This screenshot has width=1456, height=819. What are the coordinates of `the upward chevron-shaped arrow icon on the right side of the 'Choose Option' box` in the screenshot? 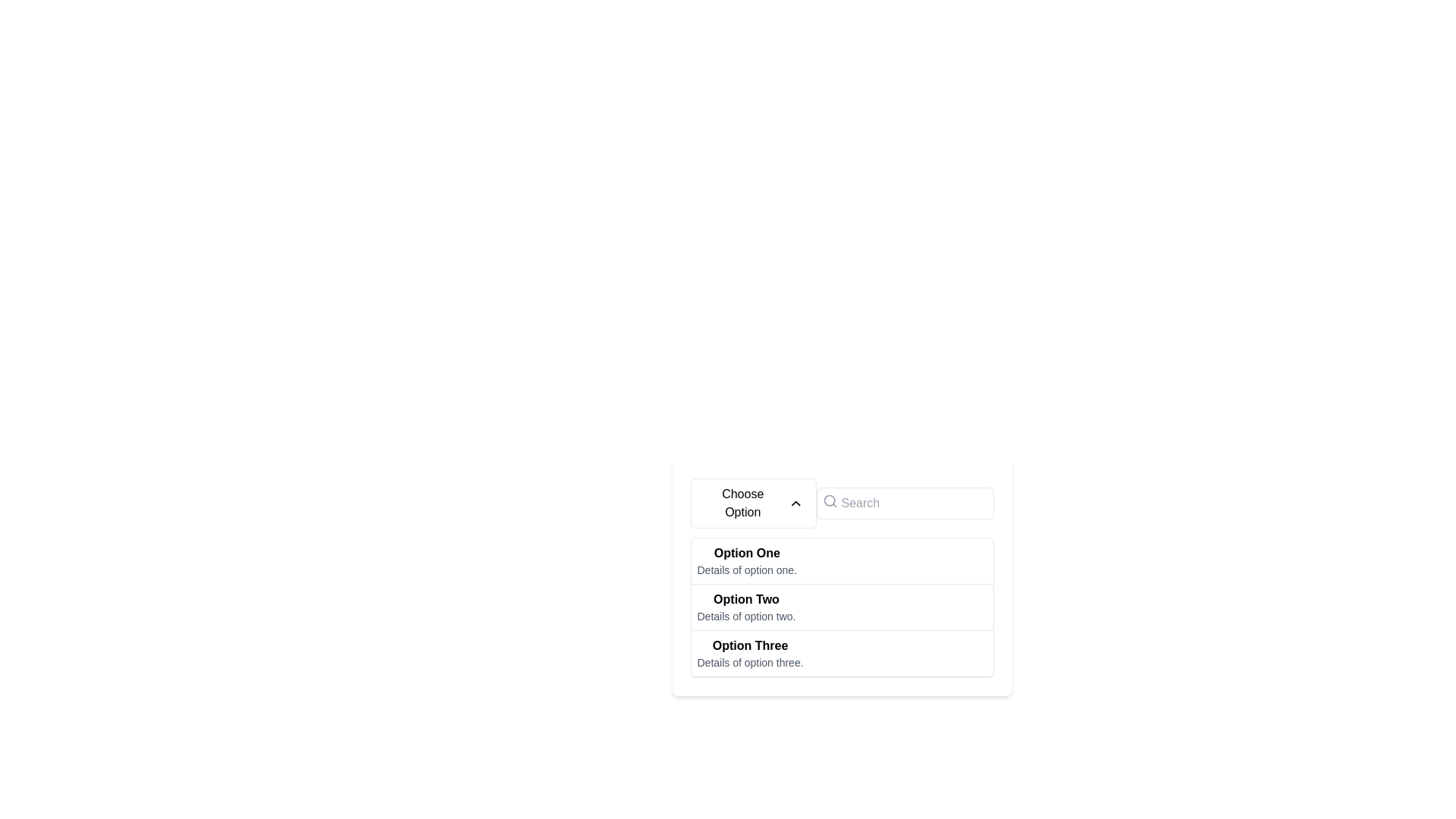 It's located at (795, 503).